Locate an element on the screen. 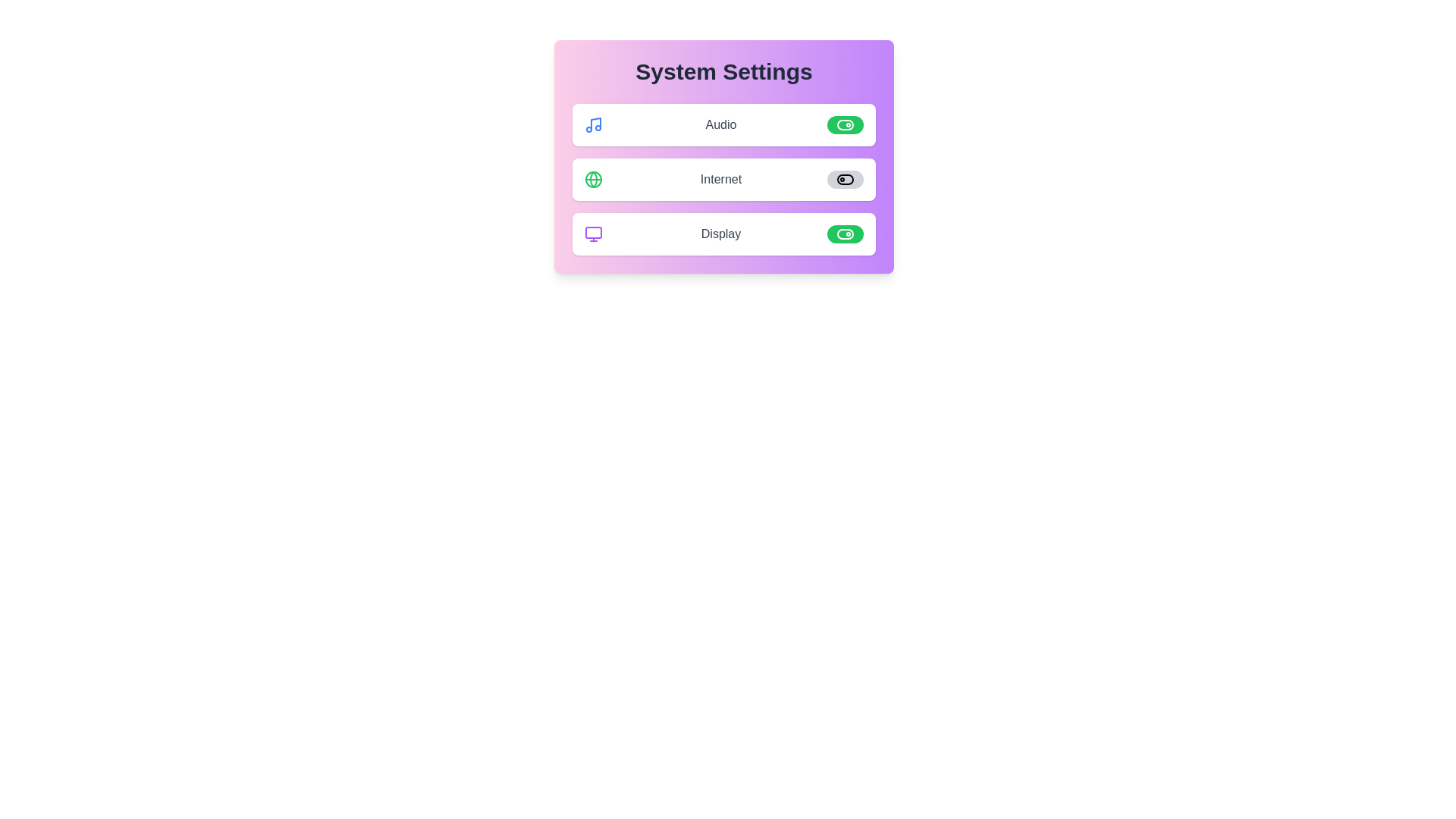  the toggle switch at the right end of the 'Display' row in the 'System Settings' card is located at coordinates (844, 234).